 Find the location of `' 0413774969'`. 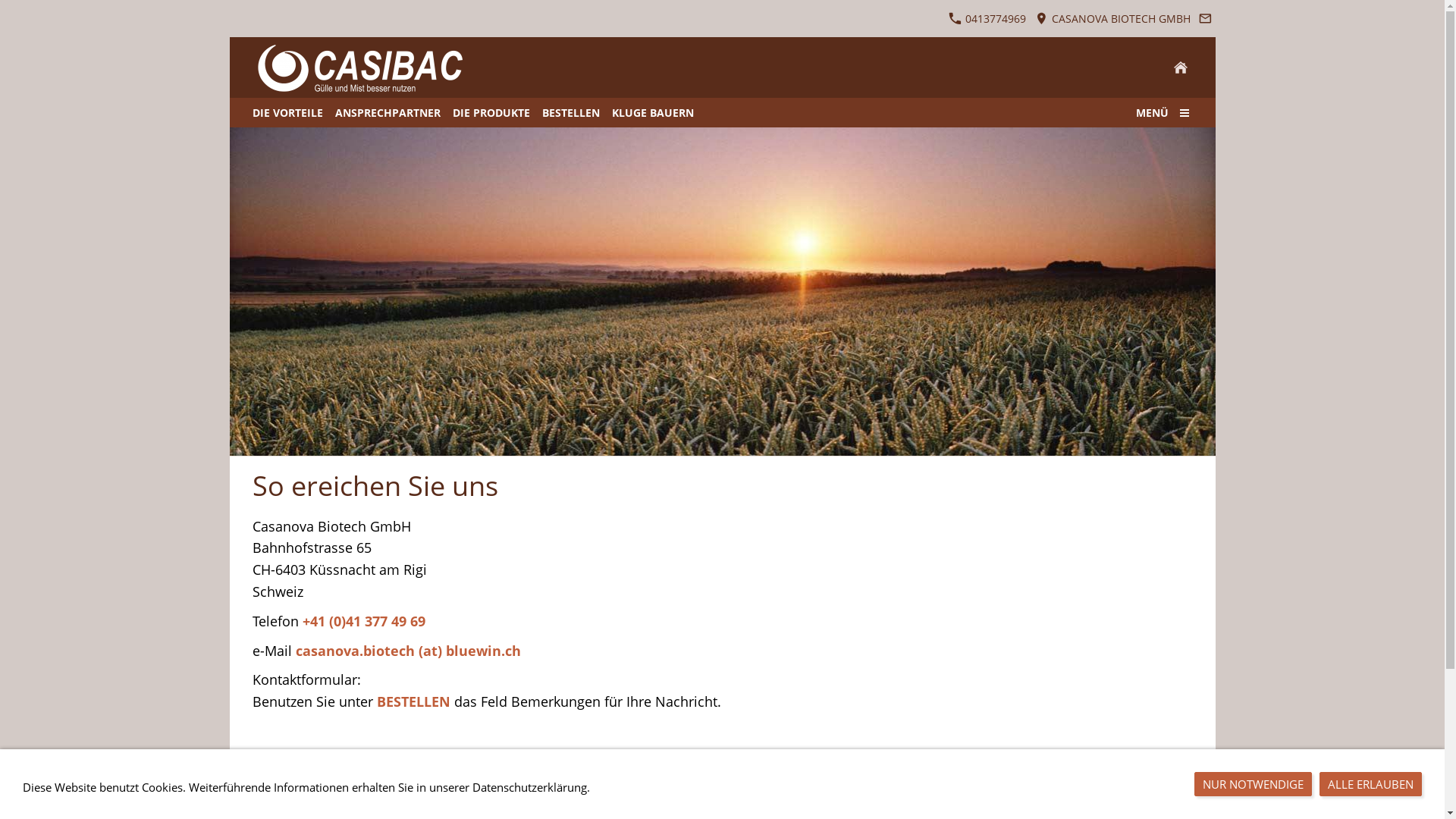

' 0413774969' is located at coordinates (987, 18).